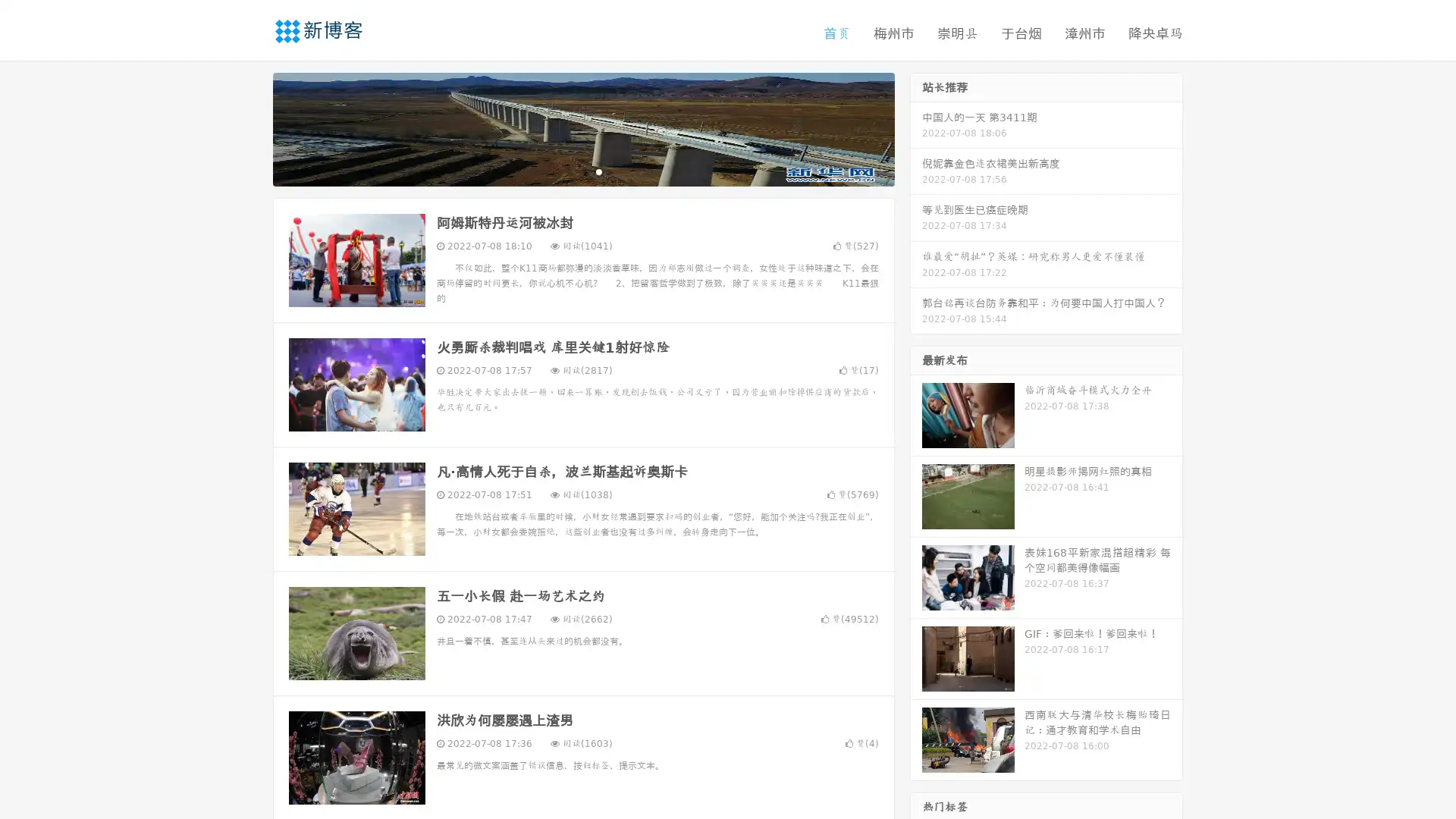 Image resolution: width=1456 pixels, height=819 pixels. Describe the element at coordinates (250, 127) in the screenshot. I see `Previous slide` at that location.